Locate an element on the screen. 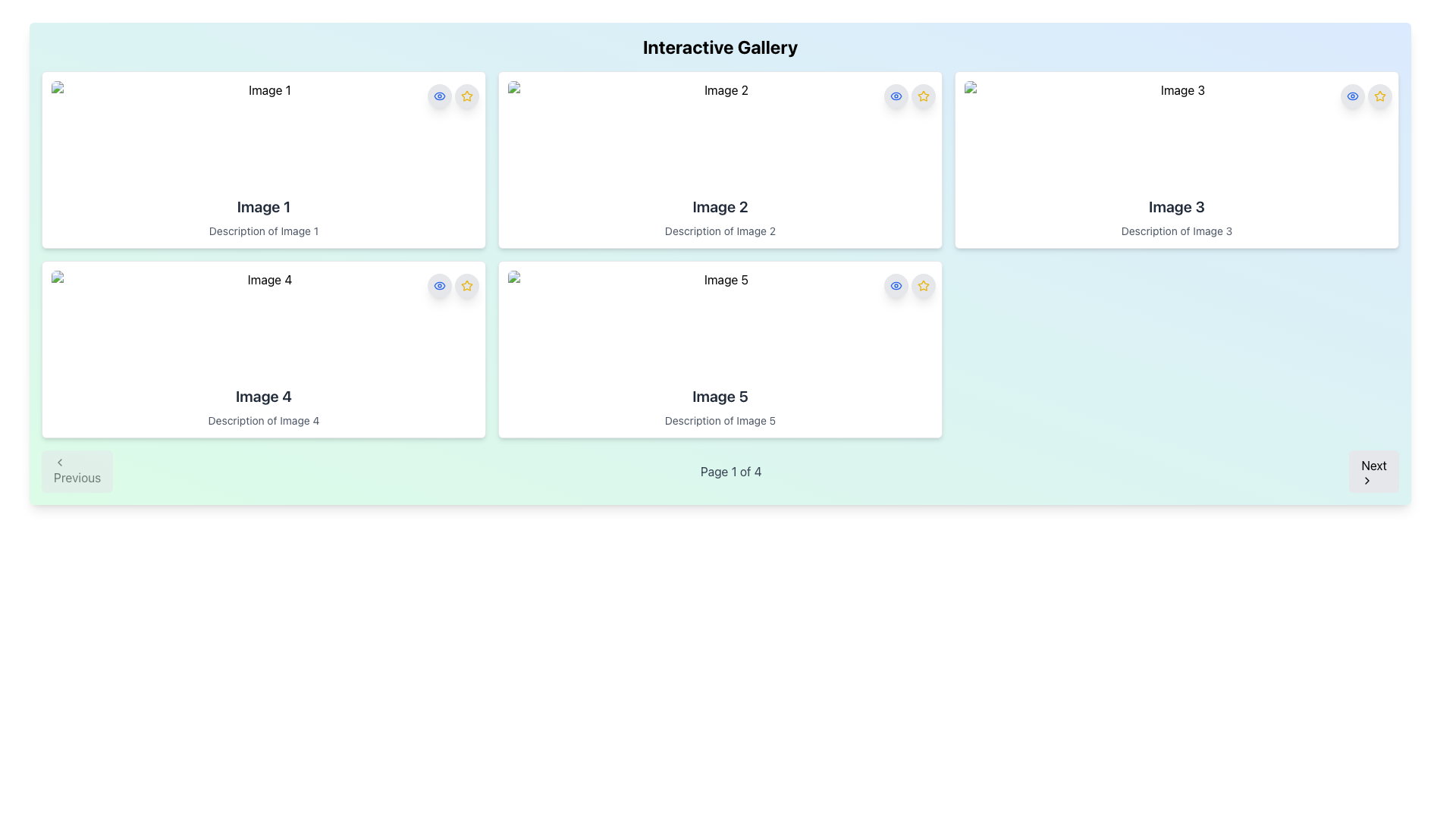  the star icon in the top right section of the card labeled 'Image 5' to mark it as a favorite is located at coordinates (910, 286).